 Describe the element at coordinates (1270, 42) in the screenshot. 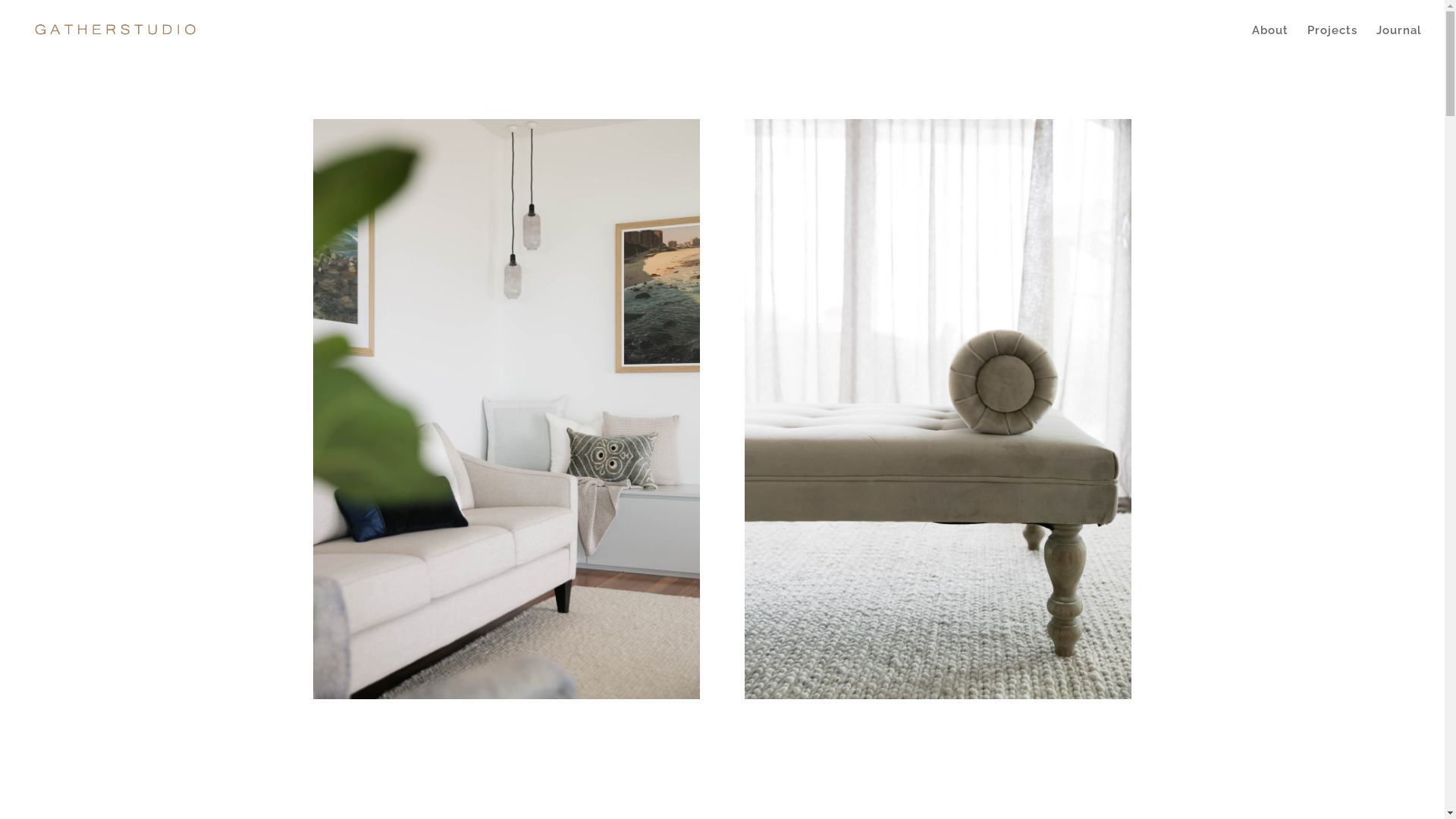

I see `'About'` at that location.